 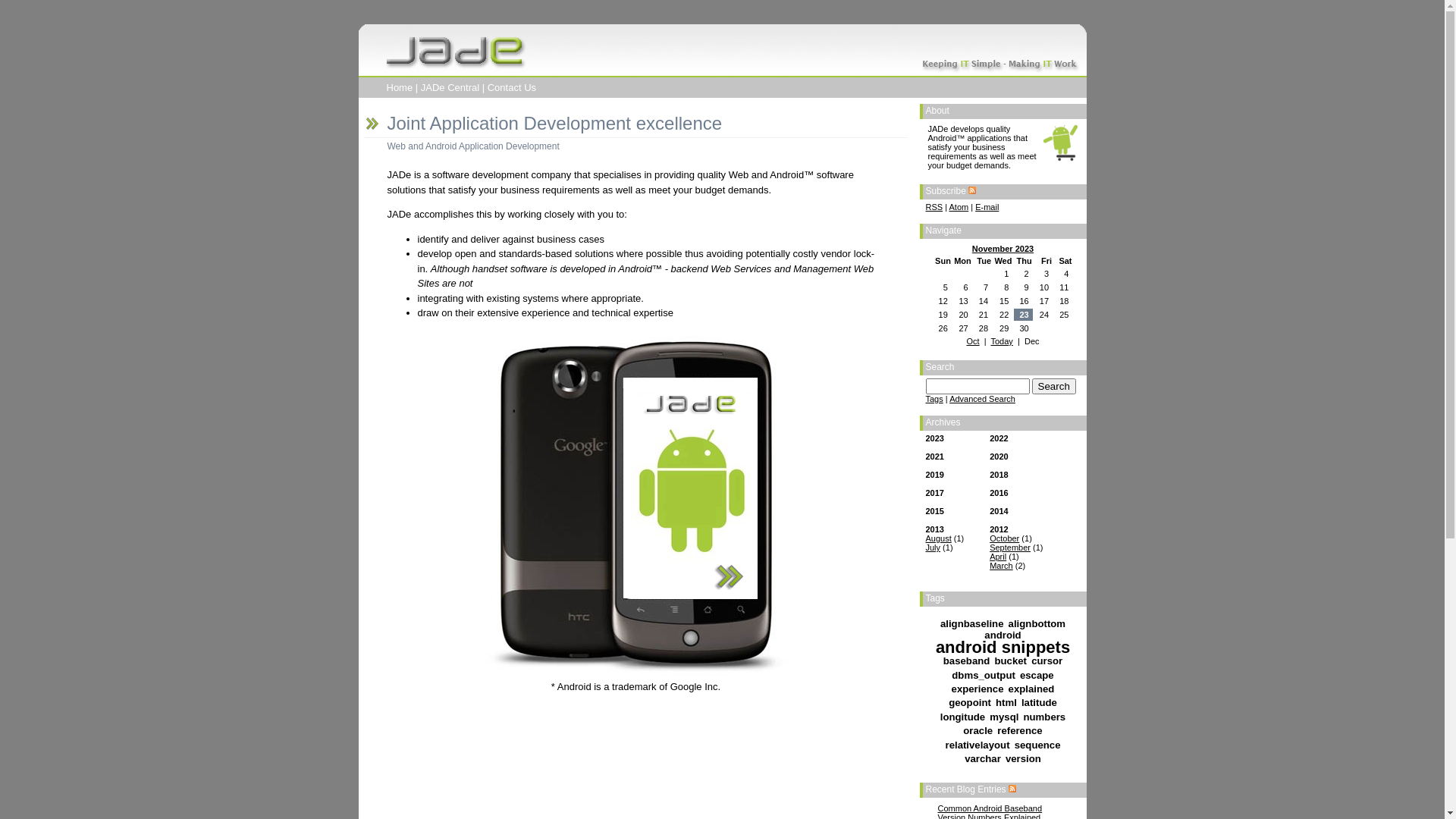 I want to click on 'RSS', so click(x=933, y=207).